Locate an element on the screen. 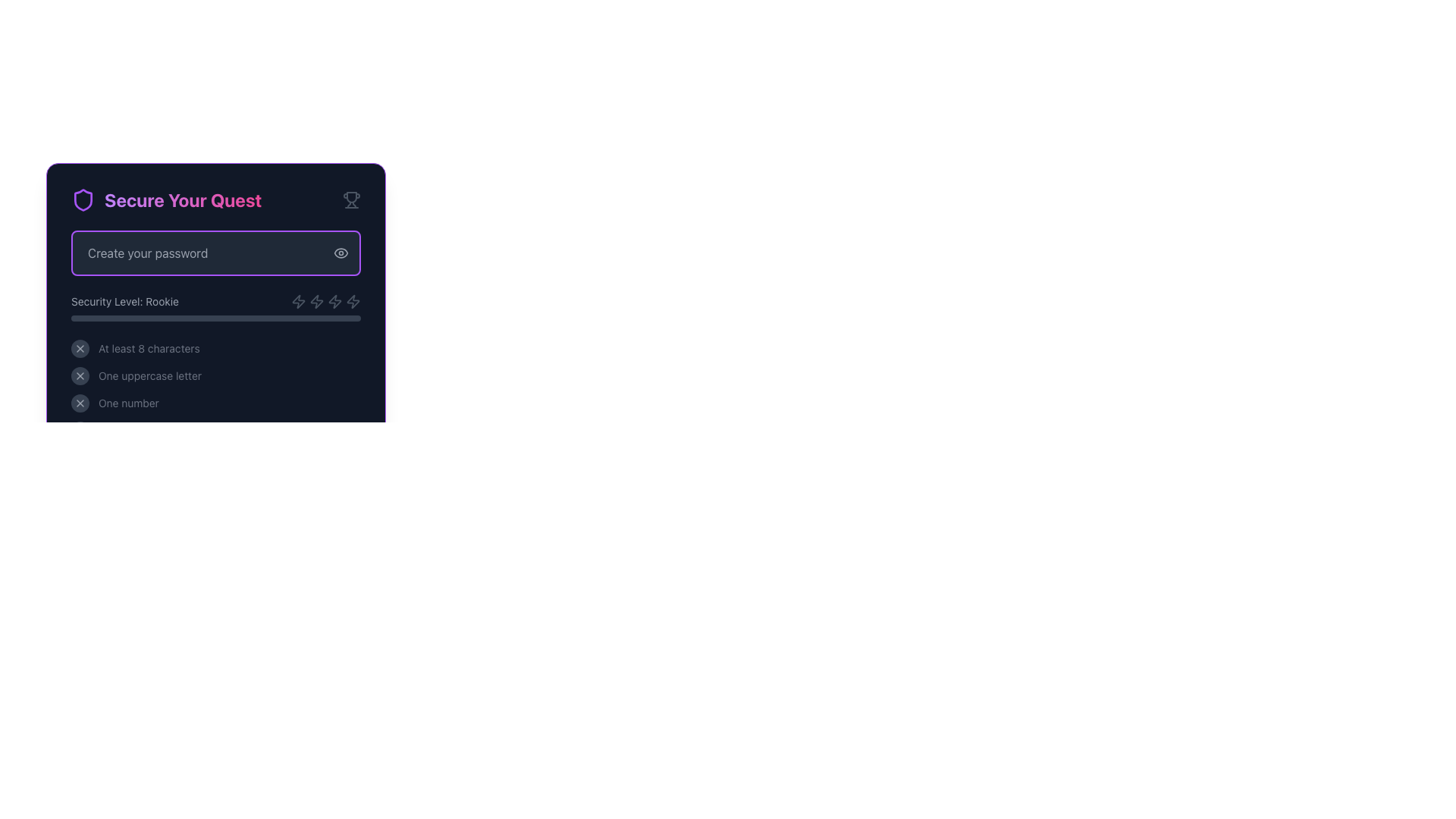 This screenshot has width=1456, height=819. the security icon located in the top-left corner of the panel, adjacent to the text 'Secure Your Quest'. This icon is a decorative SVG graphic indicating security or protection is located at coordinates (83, 199).